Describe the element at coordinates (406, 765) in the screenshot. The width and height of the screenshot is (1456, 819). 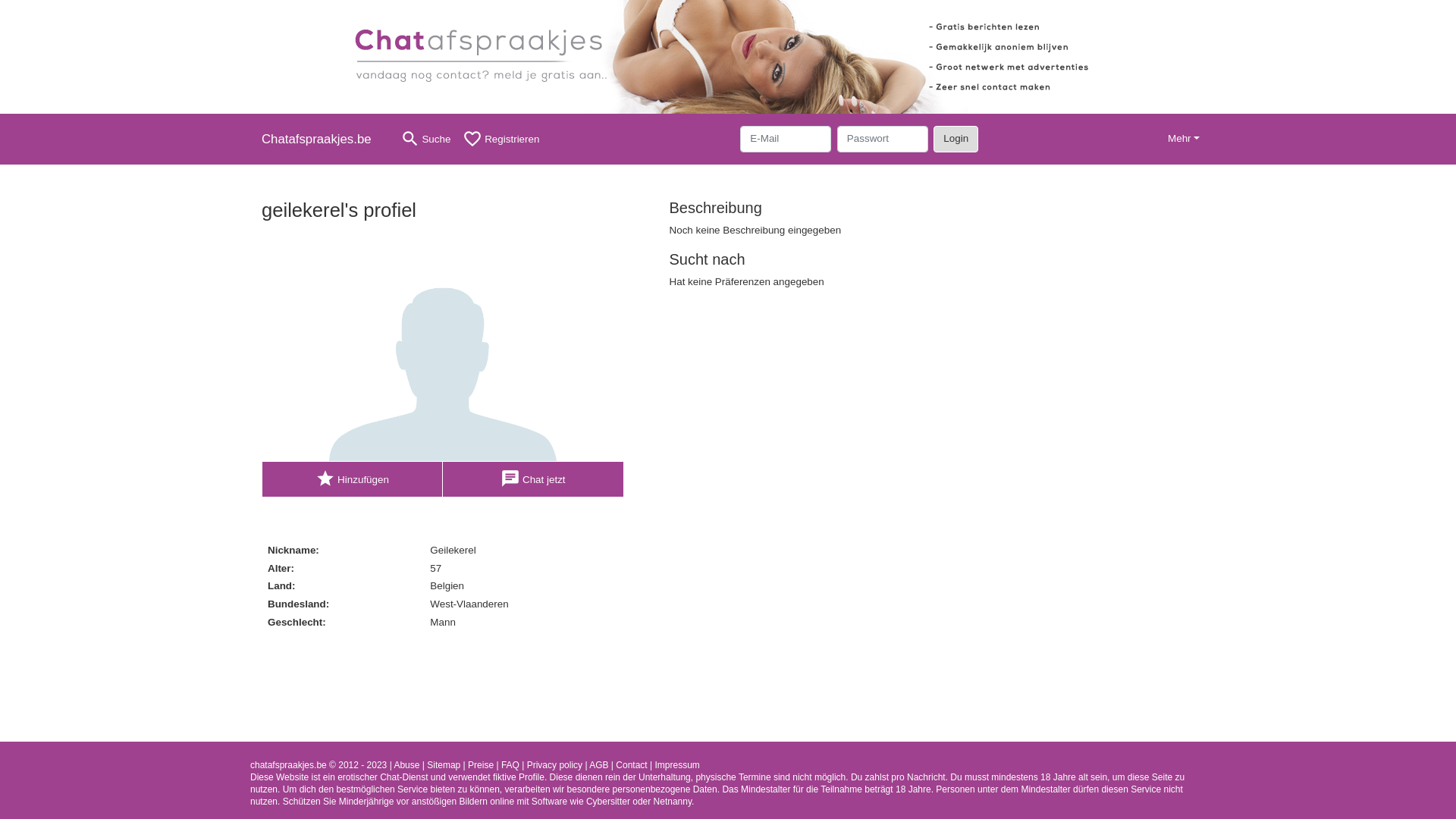
I see `'Abuse'` at that location.